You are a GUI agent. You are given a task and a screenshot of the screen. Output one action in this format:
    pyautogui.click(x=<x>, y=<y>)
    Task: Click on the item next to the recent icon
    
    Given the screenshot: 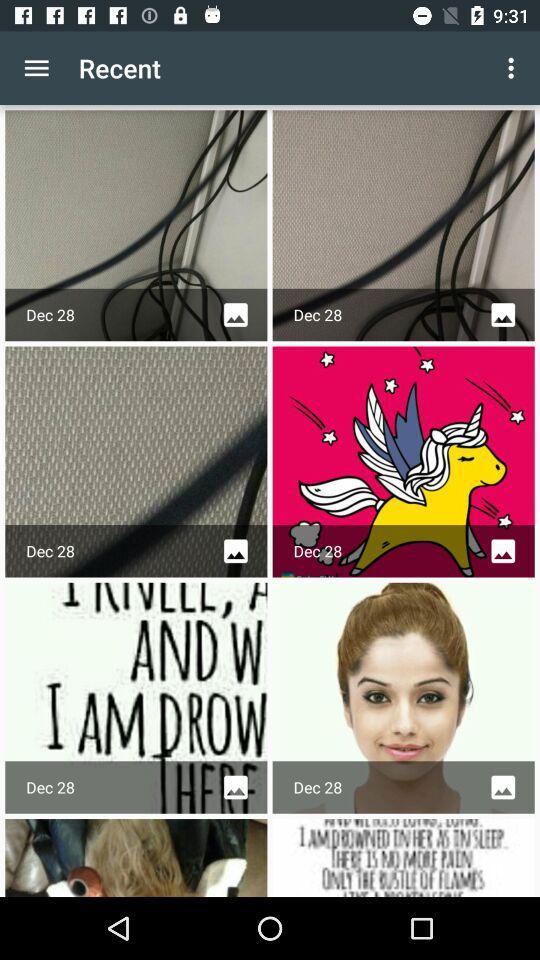 What is the action you would take?
    pyautogui.click(x=513, y=68)
    